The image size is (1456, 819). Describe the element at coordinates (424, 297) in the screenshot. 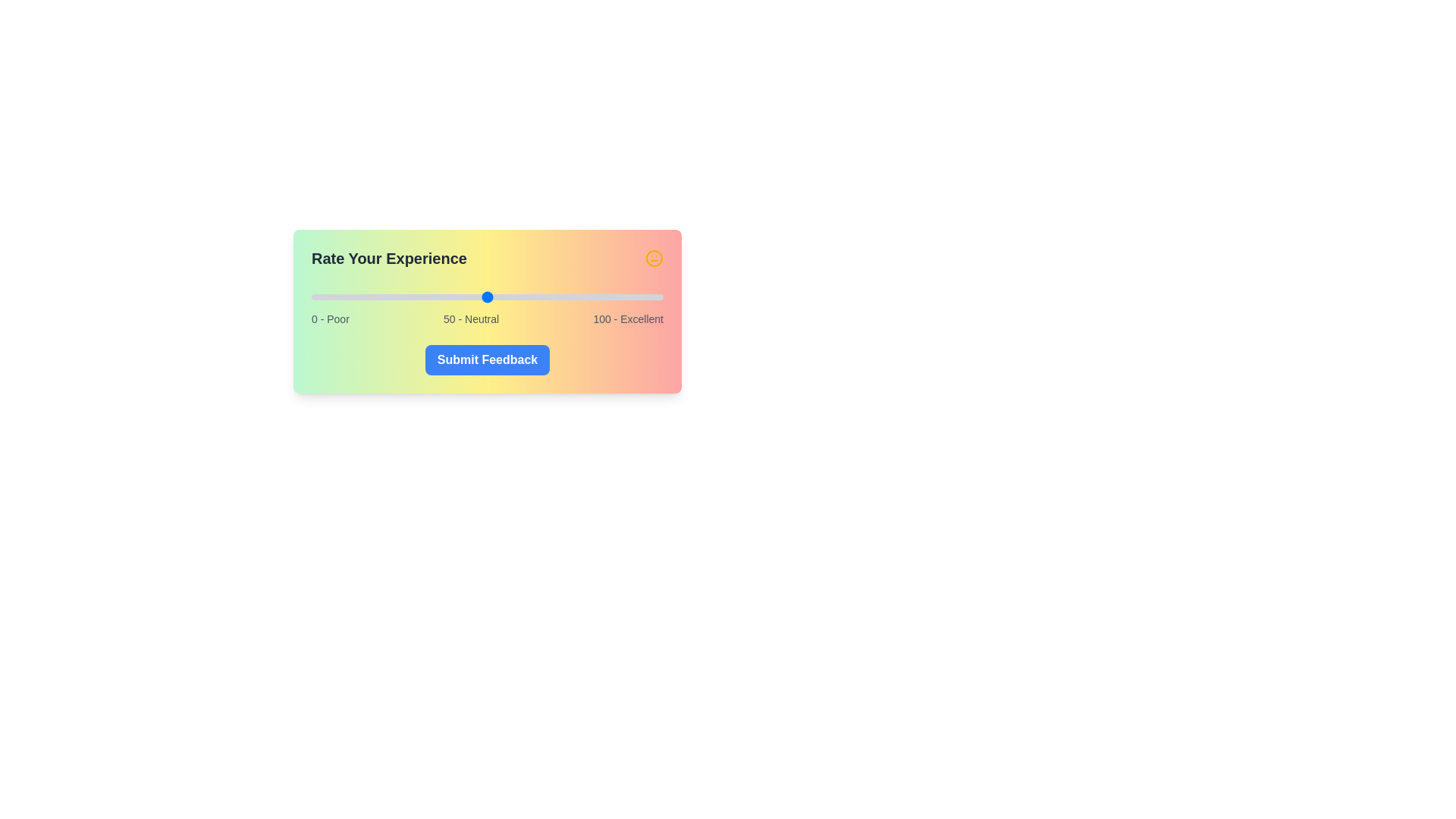

I see `the satisfaction slider to 32 value` at that location.